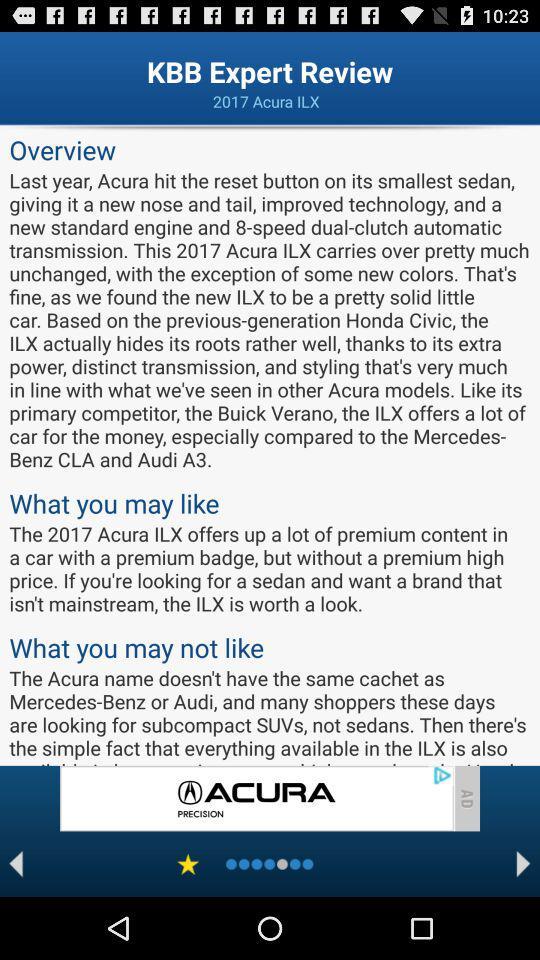  Describe the element at coordinates (256, 798) in the screenshot. I see `advertisement` at that location.